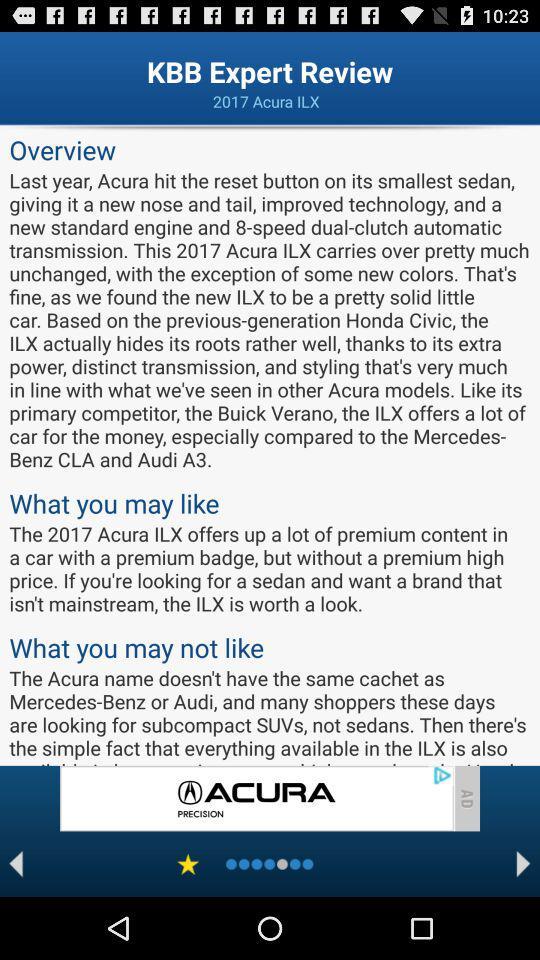  Describe the element at coordinates (256, 798) in the screenshot. I see `advertisement` at that location.